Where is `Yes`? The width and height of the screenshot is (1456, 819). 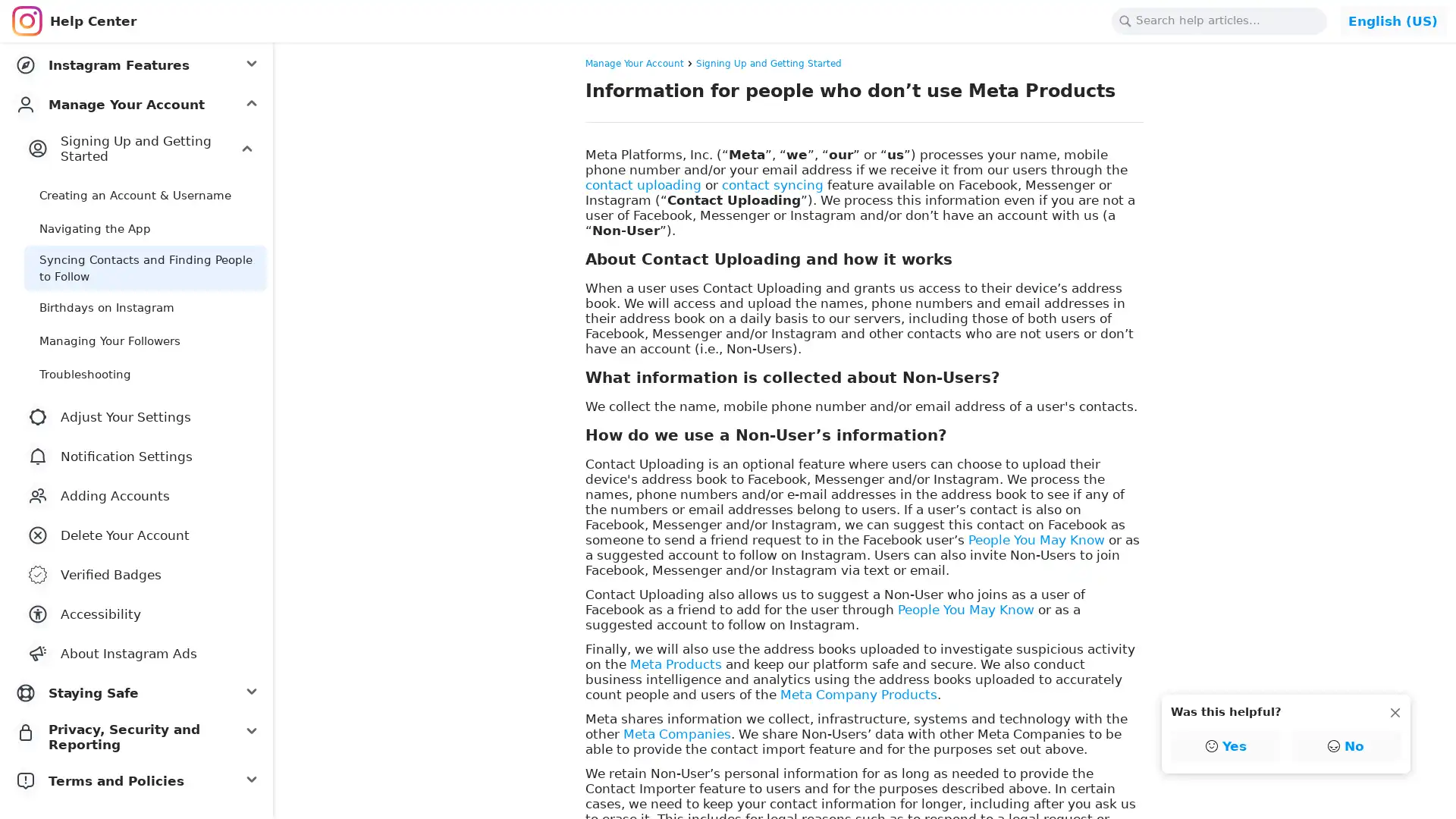 Yes is located at coordinates (1226, 745).